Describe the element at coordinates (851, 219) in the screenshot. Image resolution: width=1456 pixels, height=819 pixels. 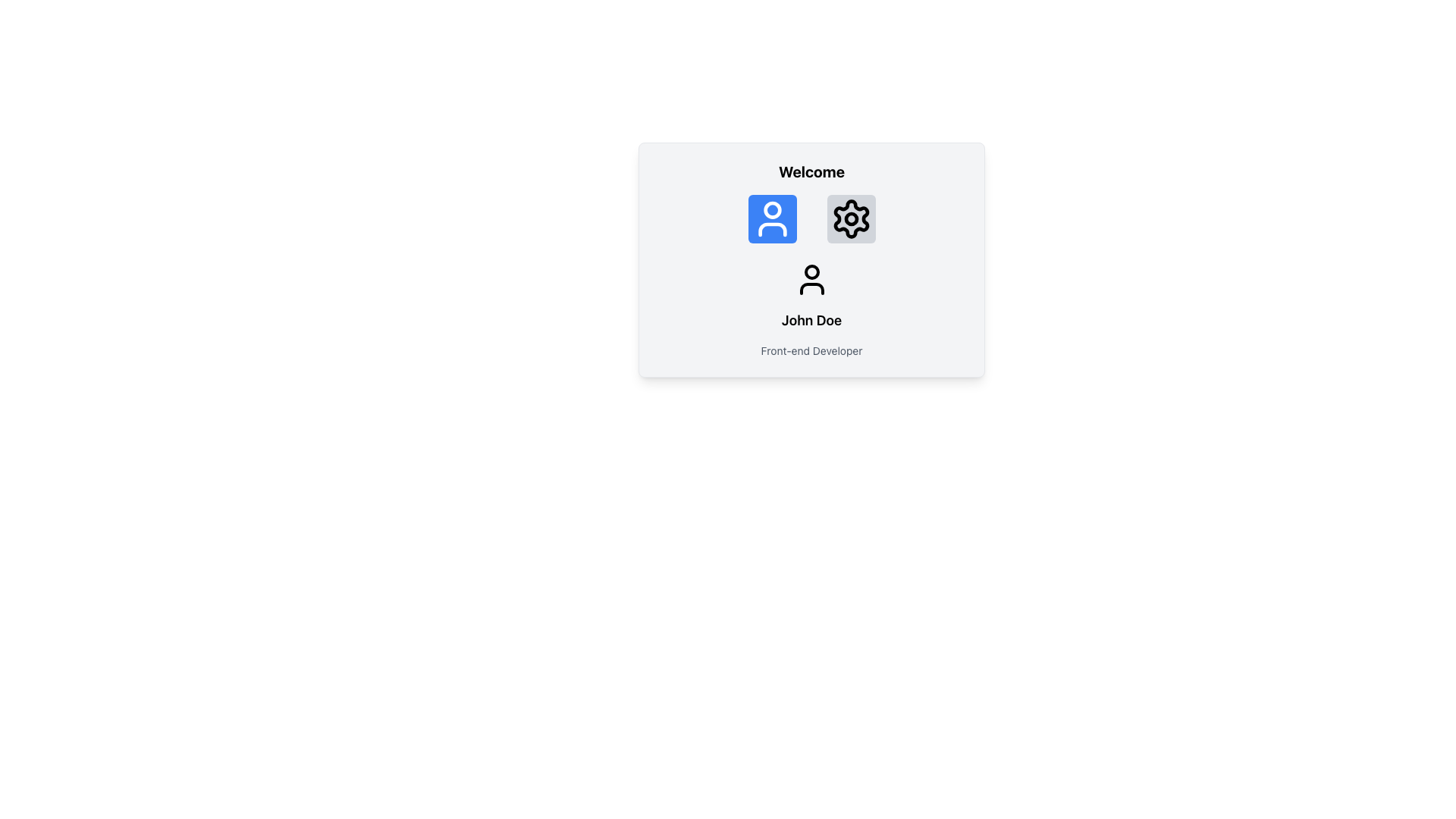
I see `the inner circle of the gear-like graphic located on the right side of the row of two icons, positioned above the text 'John Doe' and 'Front-end Developer'` at that location.